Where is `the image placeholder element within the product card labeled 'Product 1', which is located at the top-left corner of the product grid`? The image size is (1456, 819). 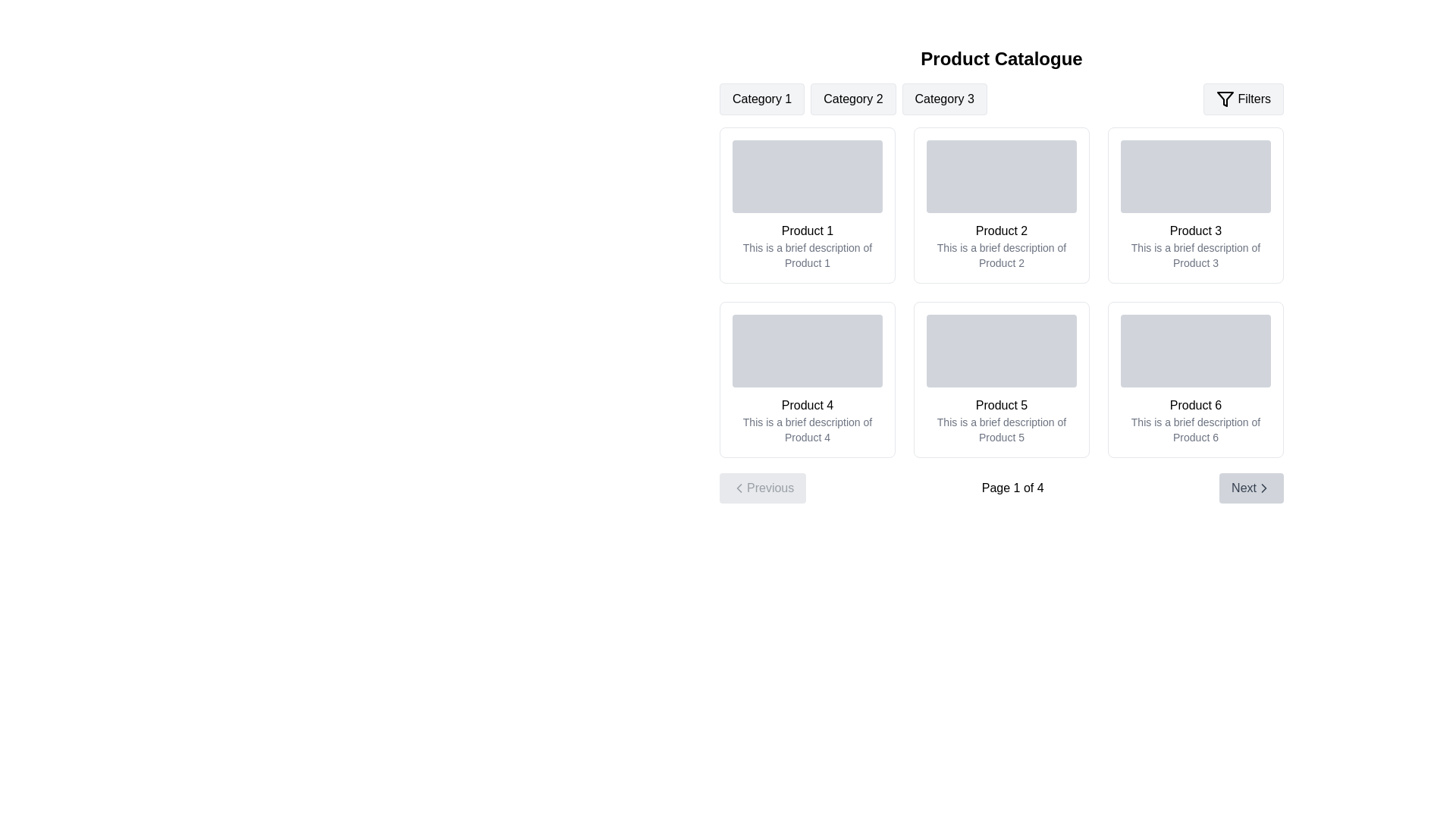 the image placeholder element within the product card labeled 'Product 1', which is located at the top-left corner of the product grid is located at coordinates (807, 175).